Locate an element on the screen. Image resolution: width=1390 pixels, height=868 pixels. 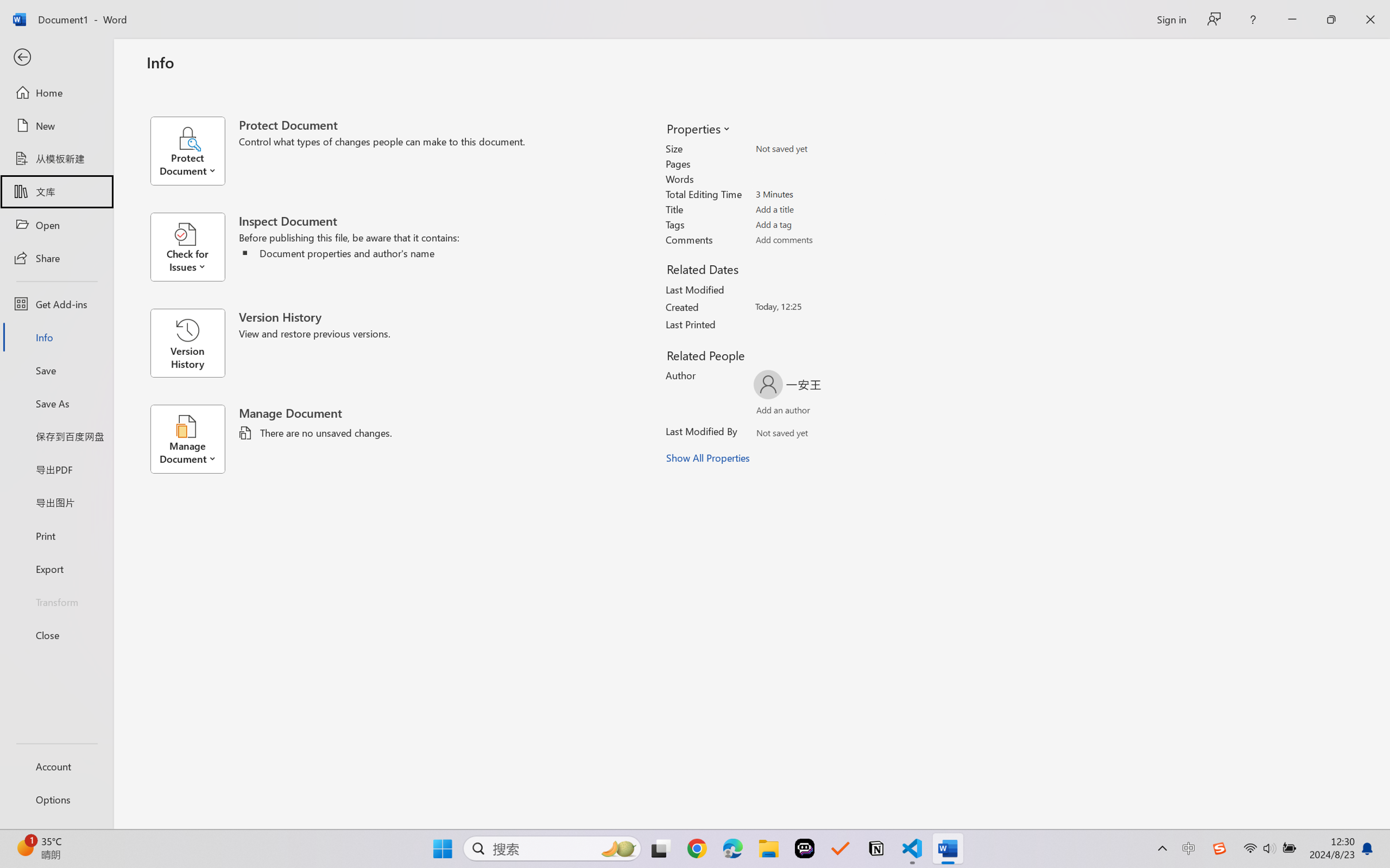
'Back' is located at coordinates (56, 57).